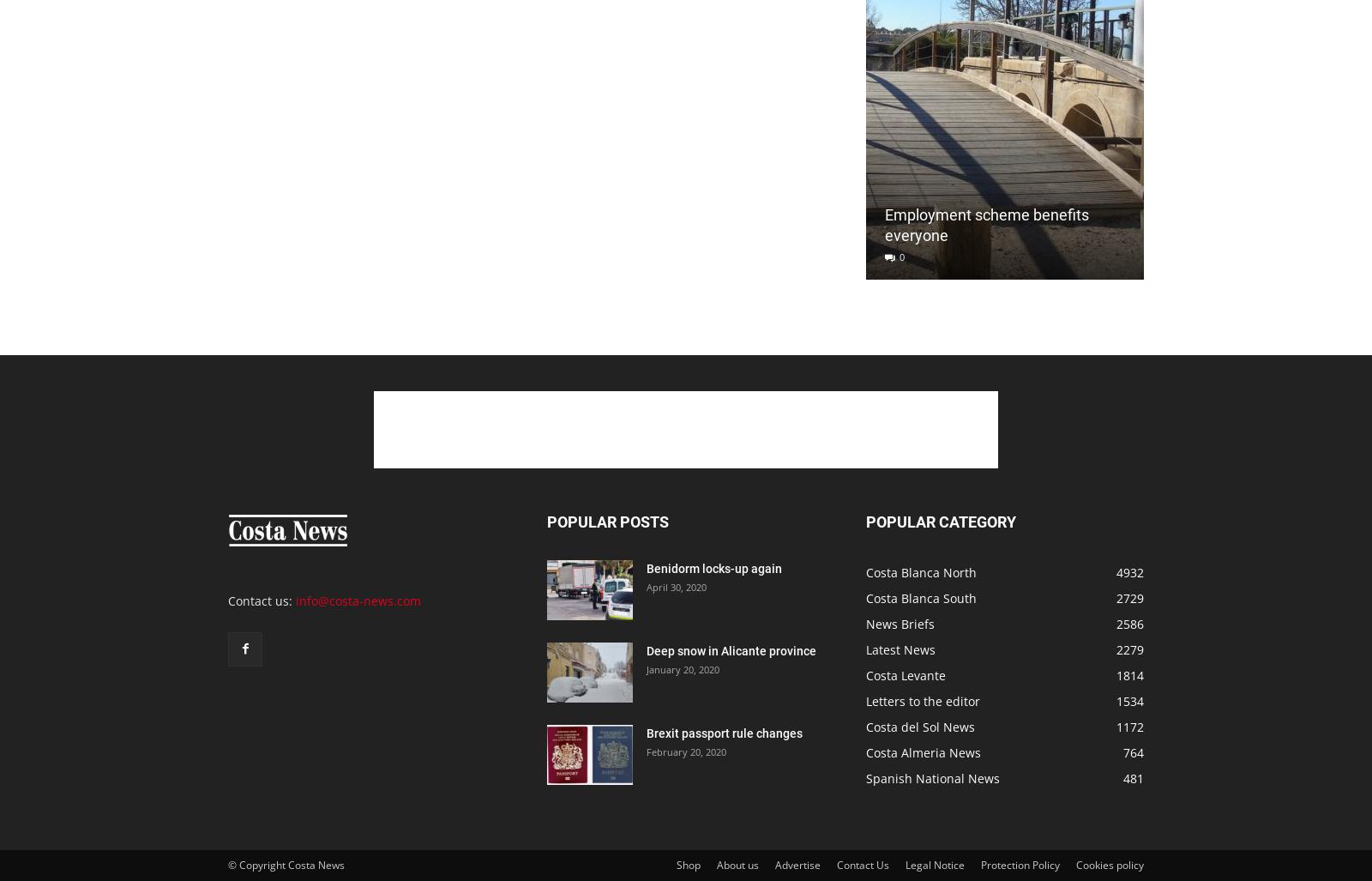 The image size is (1372, 881). What do you see at coordinates (607, 522) in the screenshot?
I see `'POPULAR POSTS'` at bounding box center [607, 522].